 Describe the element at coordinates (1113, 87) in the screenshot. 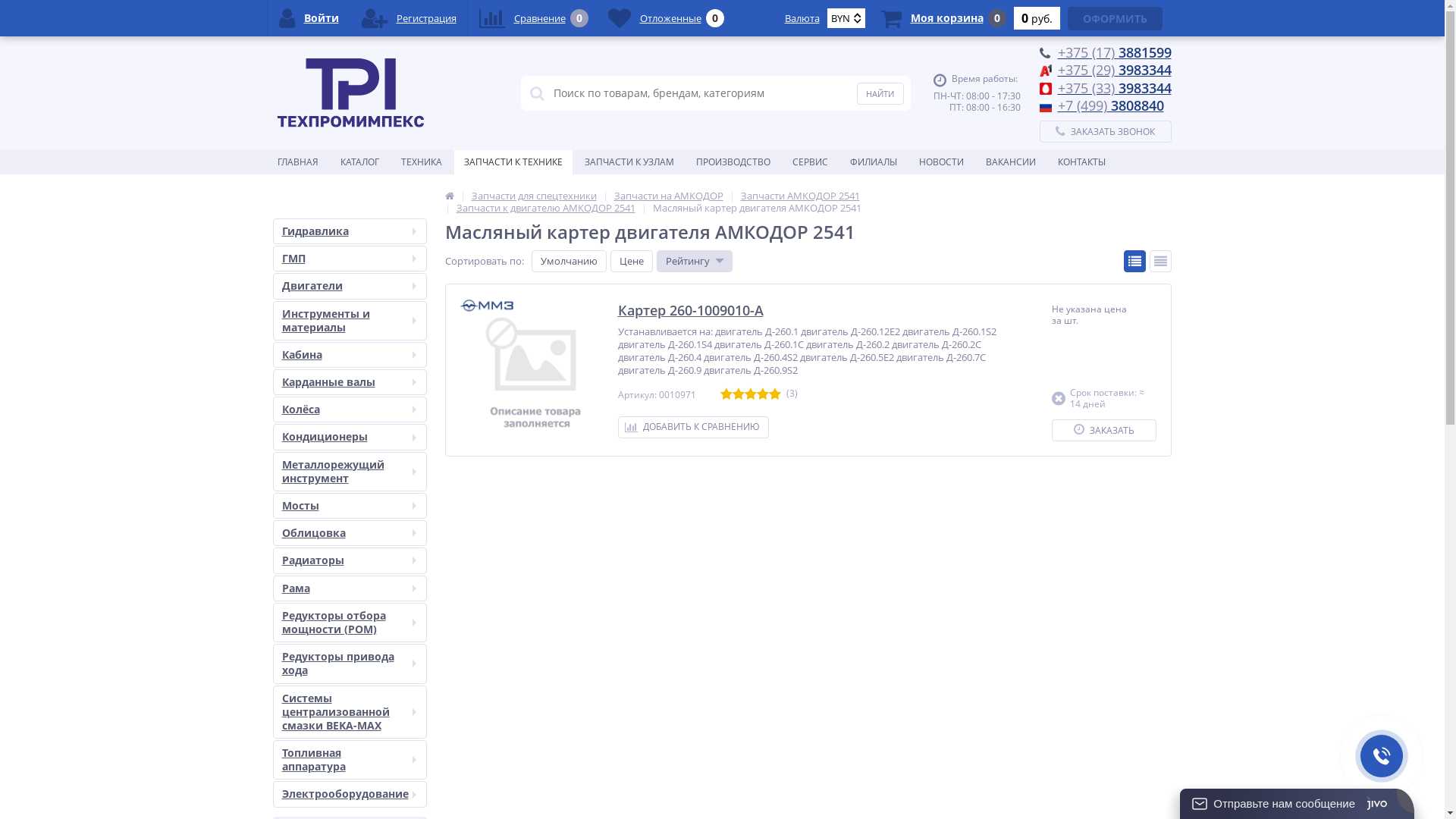

I see `'+375 (33) 3983344'` at that location.